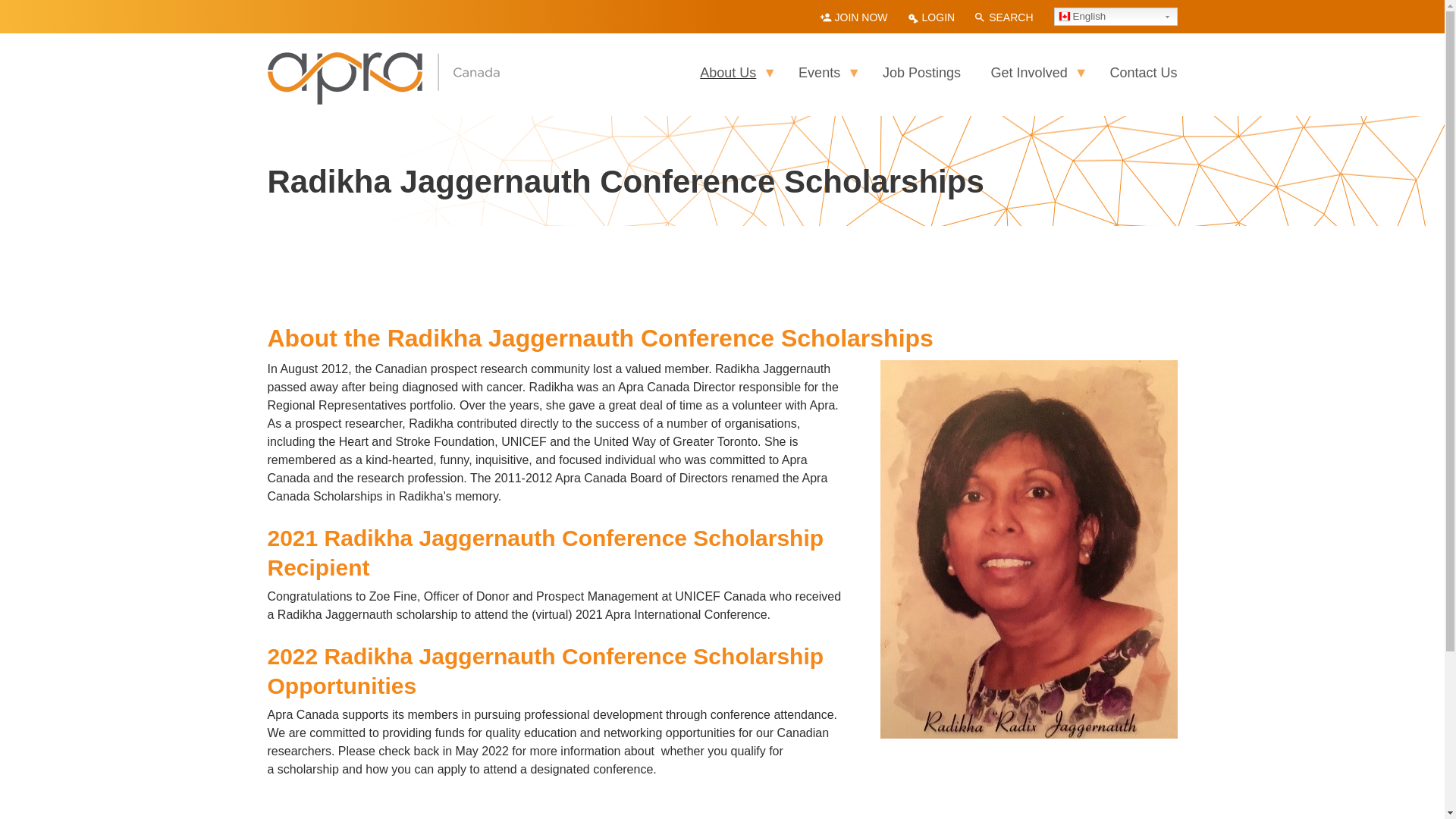  What do you see at coordinates (930, 17) in the screenshot?
I see `'LOGIN'` at bounding box center [930, 17].